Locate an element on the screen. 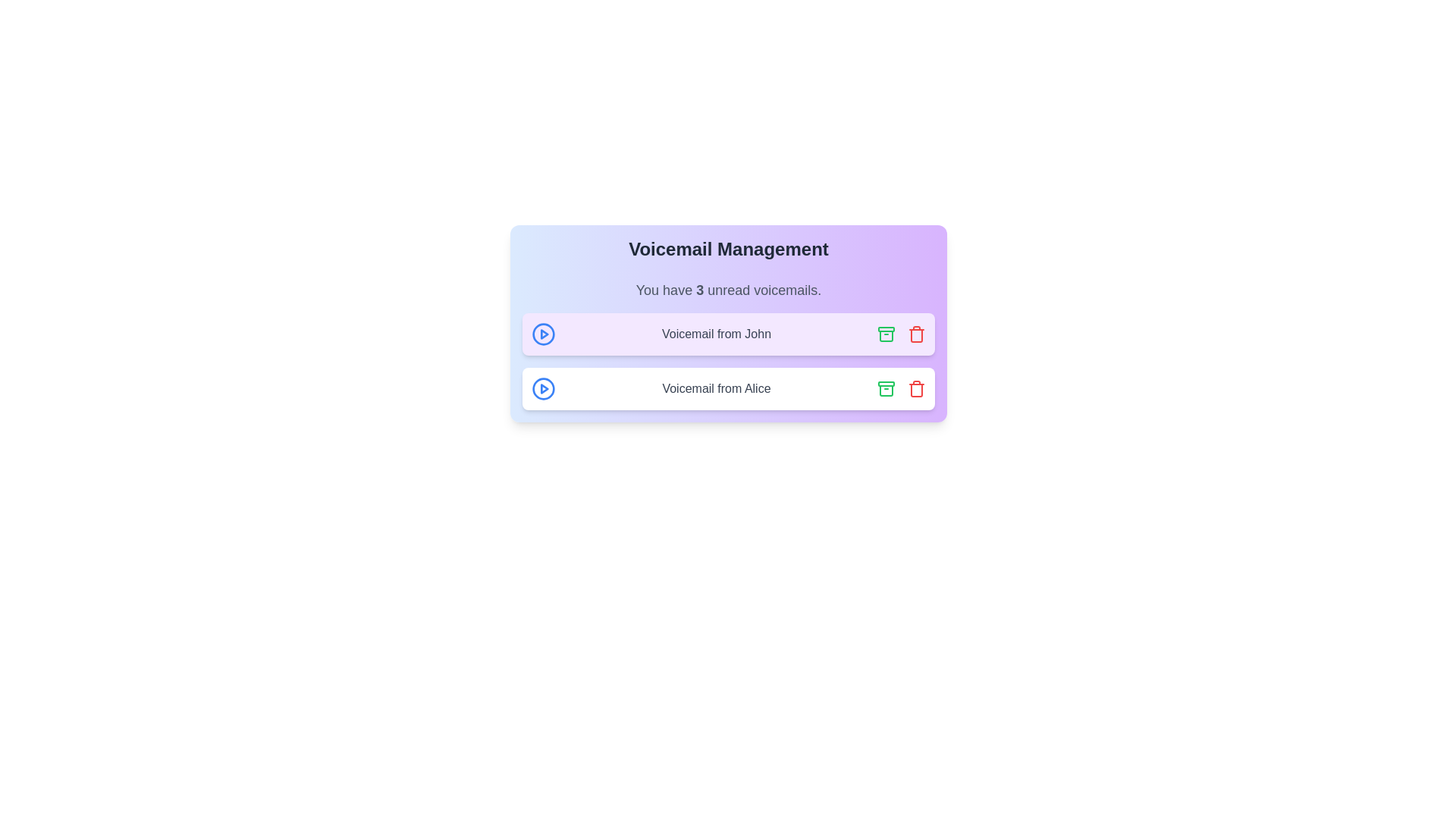 The height and width of the screenshot is (819, 1456). the middle layer of the rightmost green archive icon in the second row of the voicemail list, which represents part of the archive icon is located at coordinates (886, 390).